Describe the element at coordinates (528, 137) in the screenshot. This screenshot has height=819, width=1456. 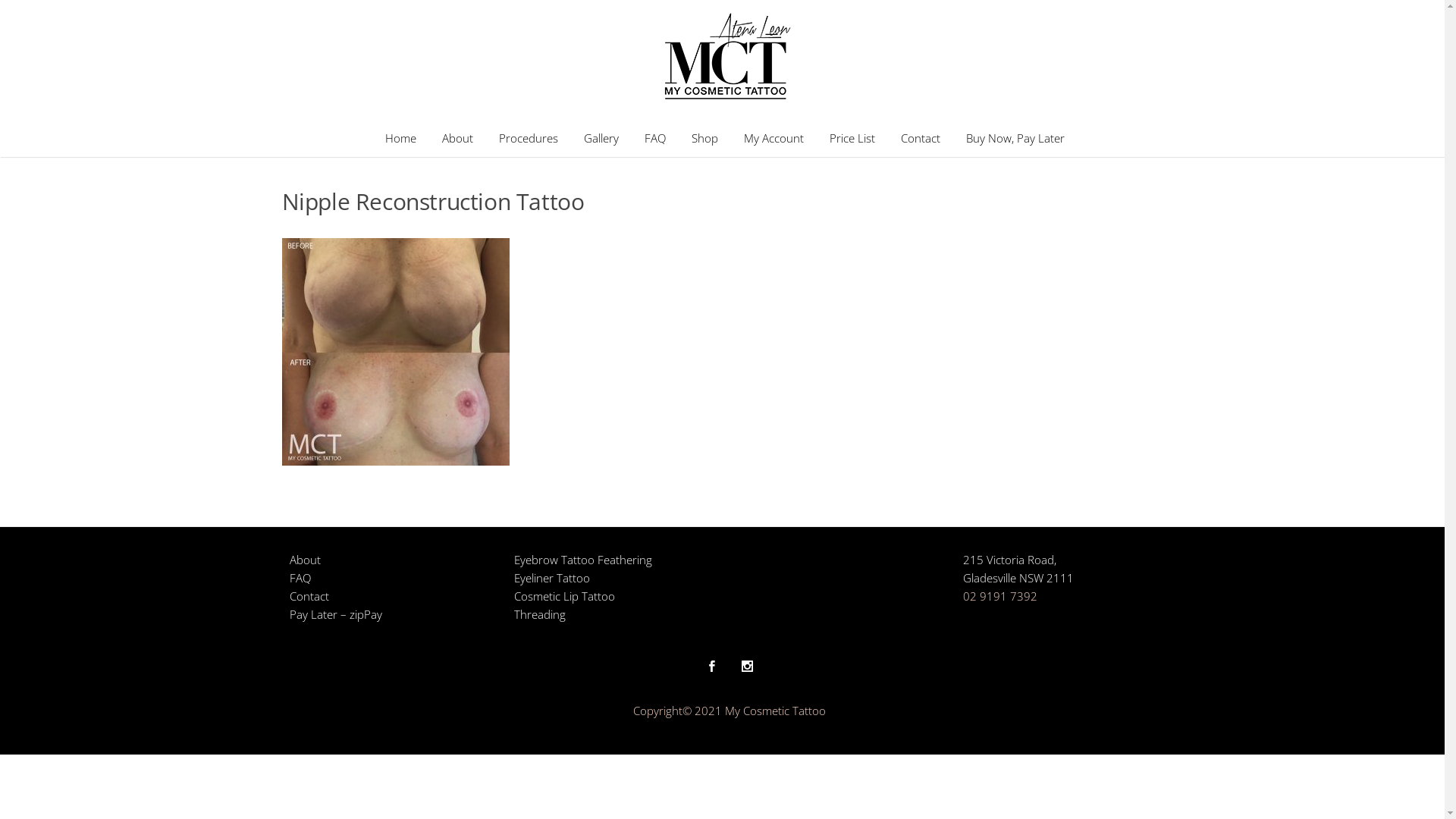
I see `'Procedures'` at that location.